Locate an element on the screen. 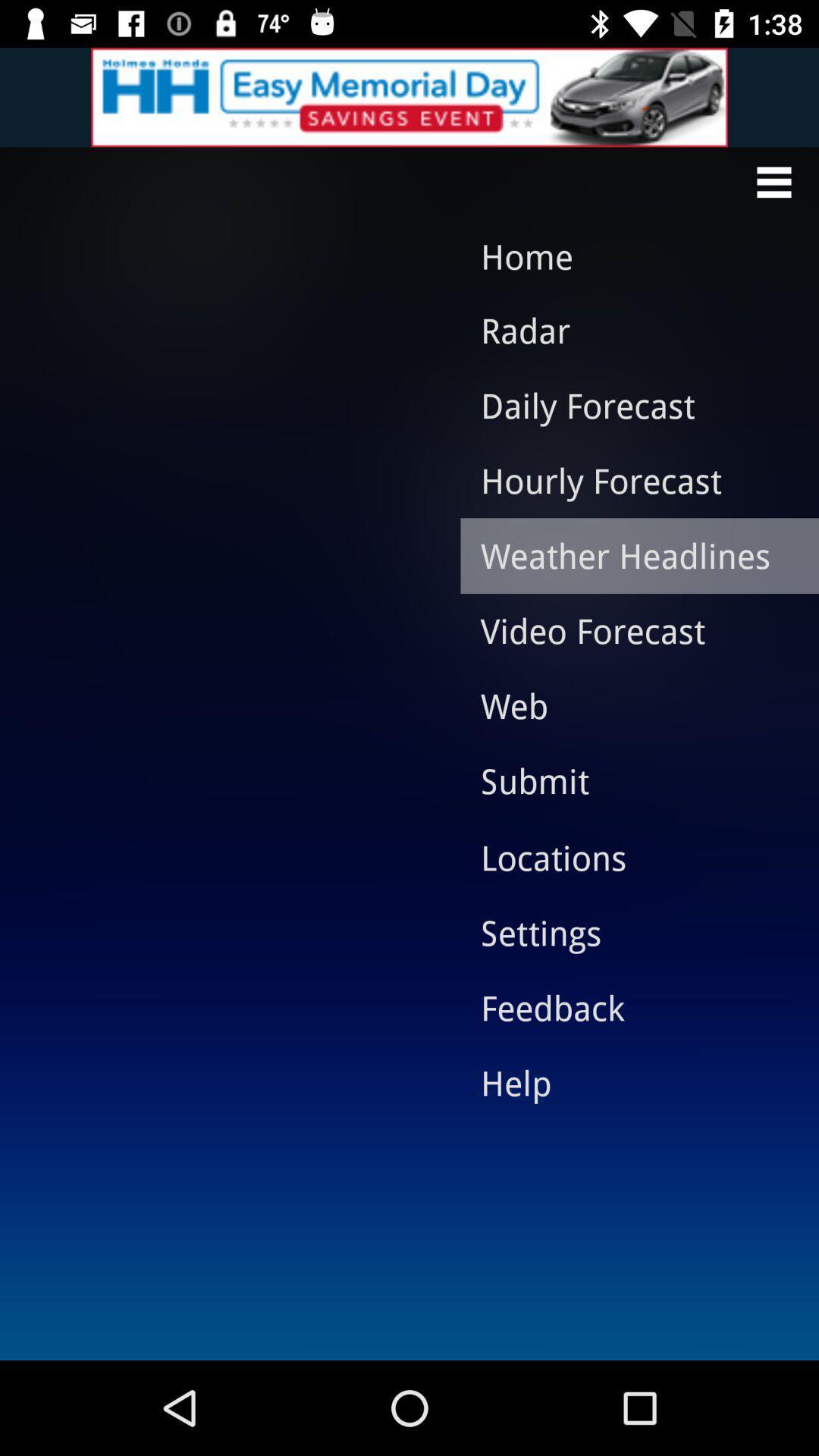 Image resolution: width=819 pixels, height=1456 pixels. advertisement link is located at coordinates (409, 96).